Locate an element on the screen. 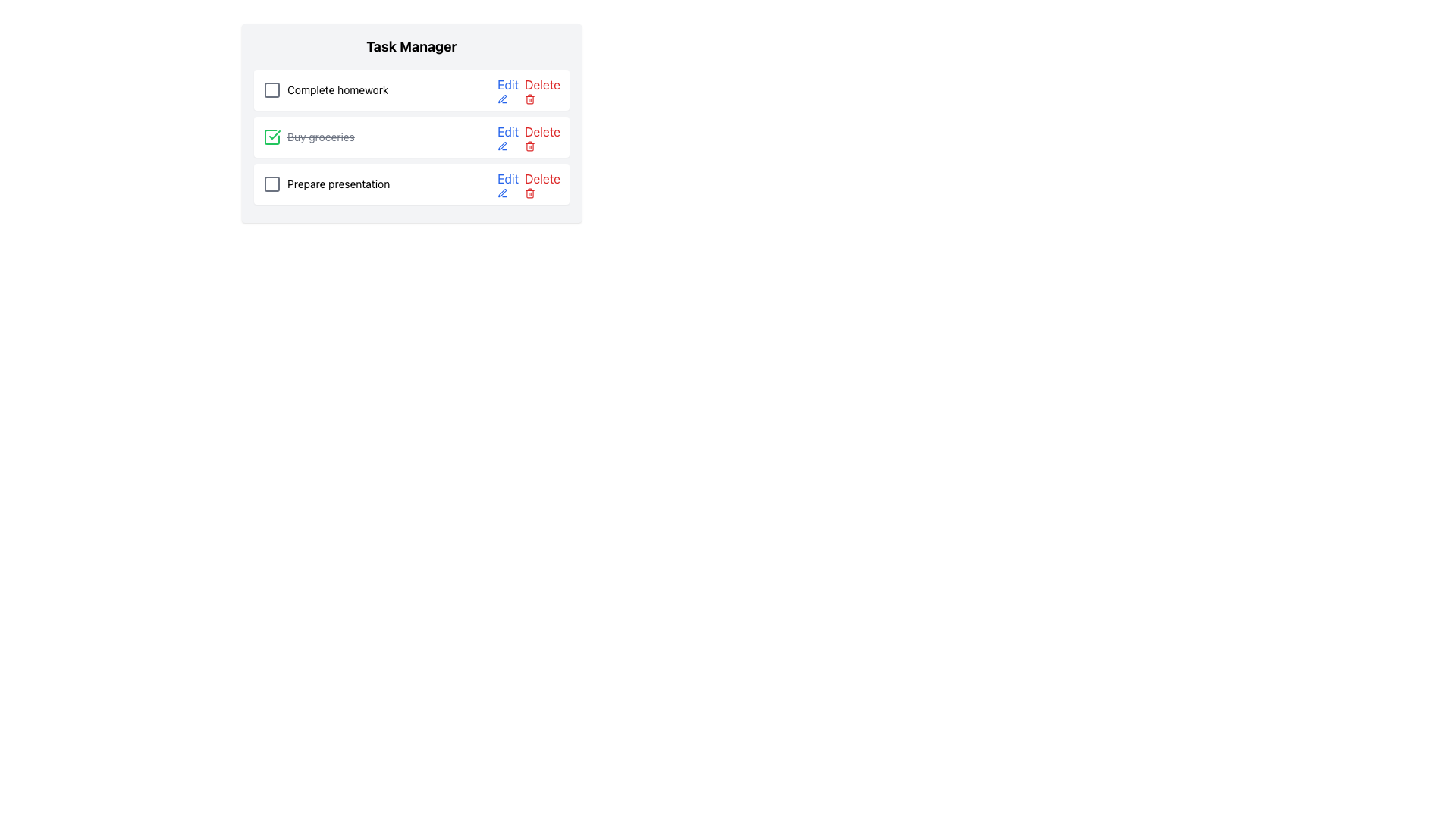 The image size is (1456, 819). the checkbox indicating the completion status of the task 'Buy groceries' for potential tooltip or styling changes is located at coordinates (272, 137).